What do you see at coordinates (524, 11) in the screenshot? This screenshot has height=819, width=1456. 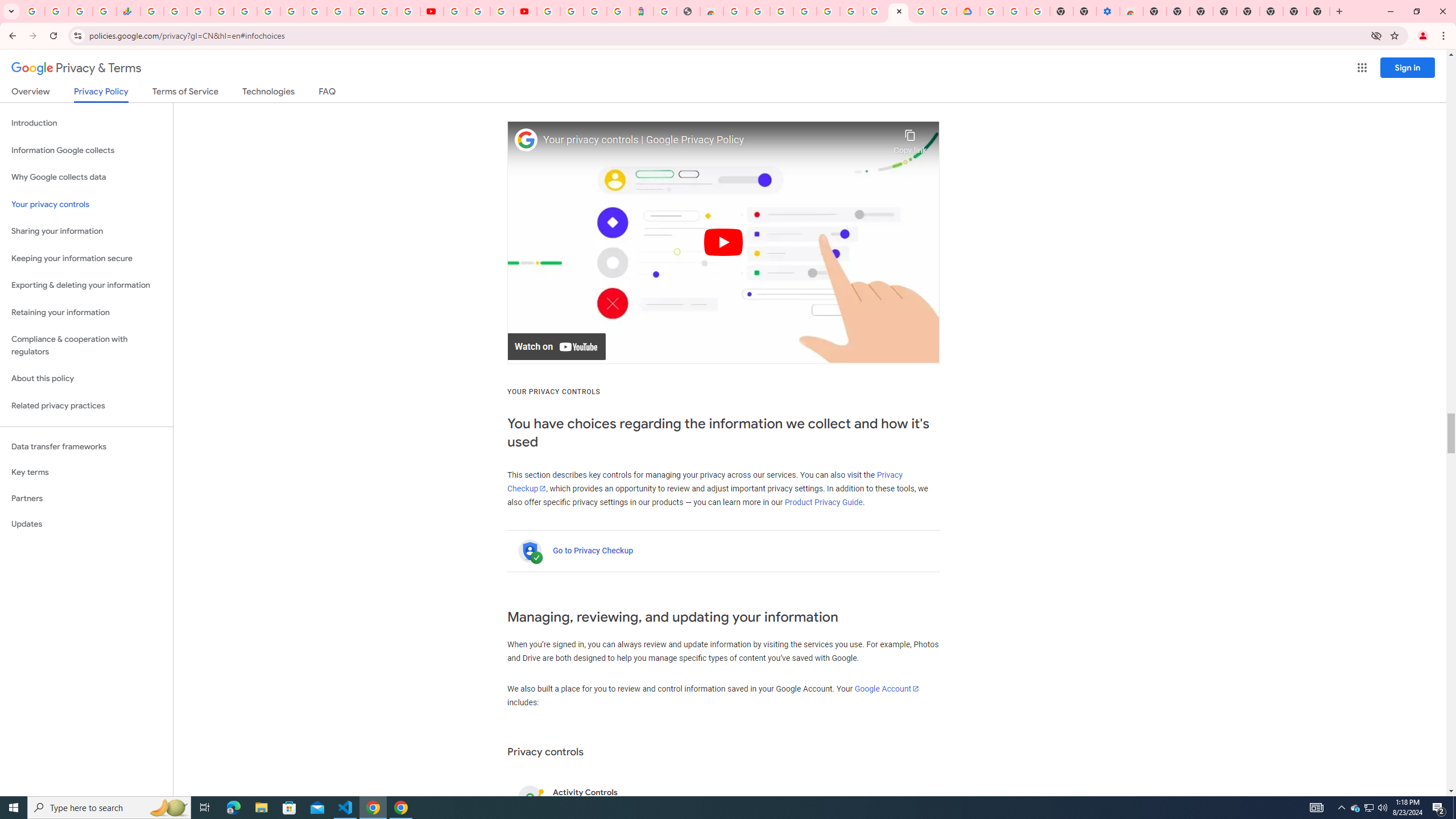 I see `'Content Creator Programs & Opportunities - YouTube Creators'` at bounding box center [524, 11].